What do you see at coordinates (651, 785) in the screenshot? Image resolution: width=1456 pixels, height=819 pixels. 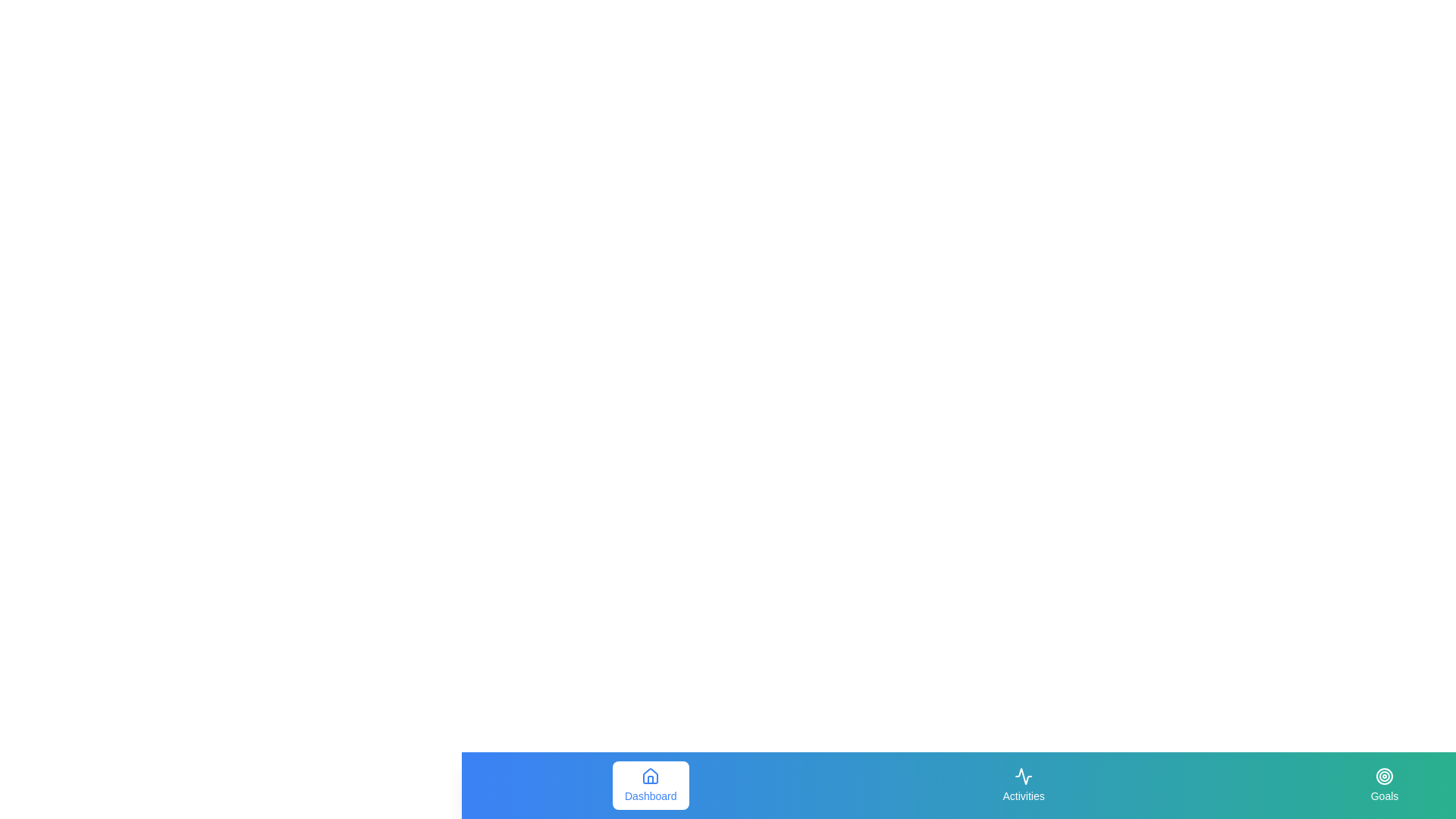 I see `the navigation tab labeled Dashboard` at bounding box center [651, 785].